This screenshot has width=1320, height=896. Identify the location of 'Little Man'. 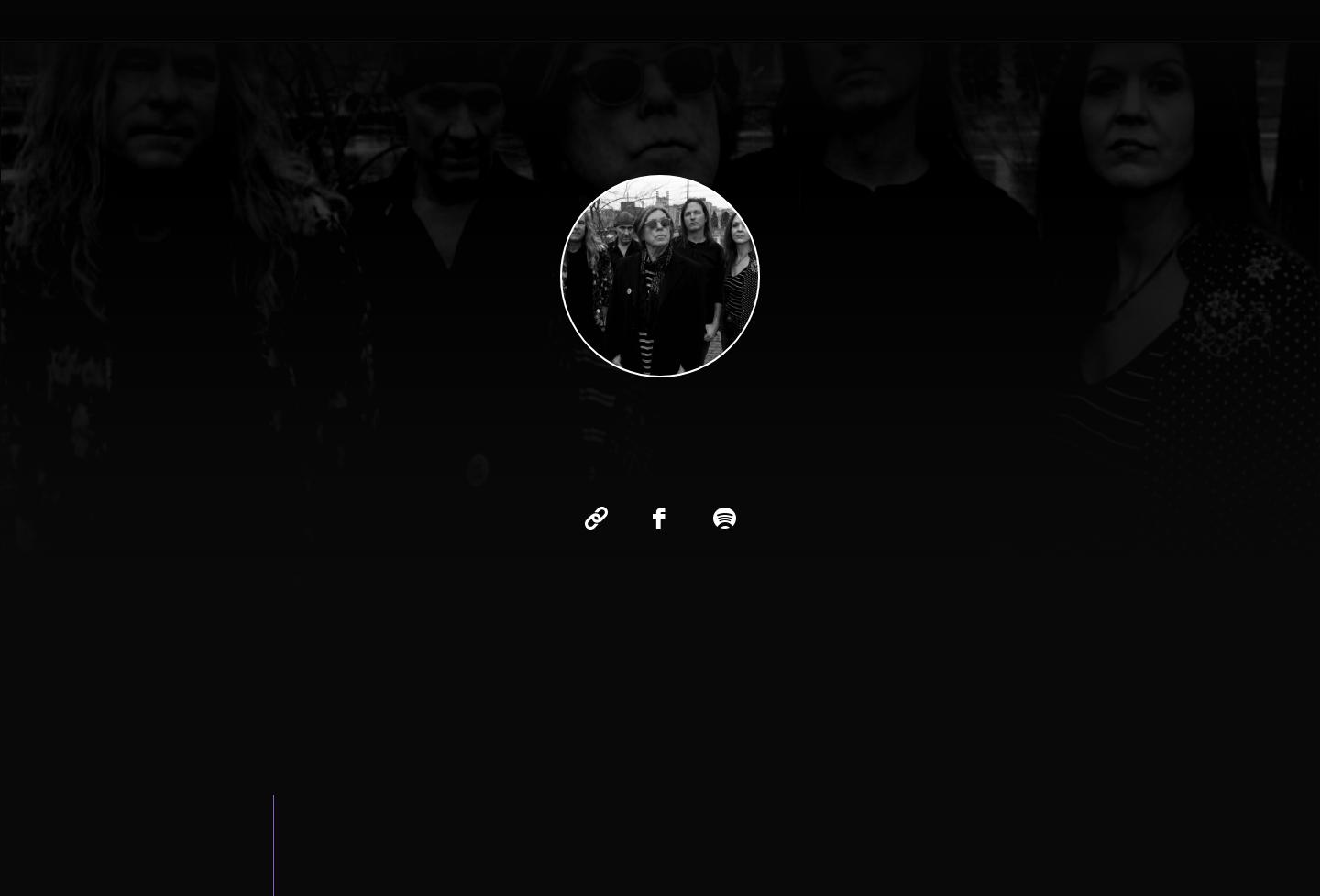
(533, 361).